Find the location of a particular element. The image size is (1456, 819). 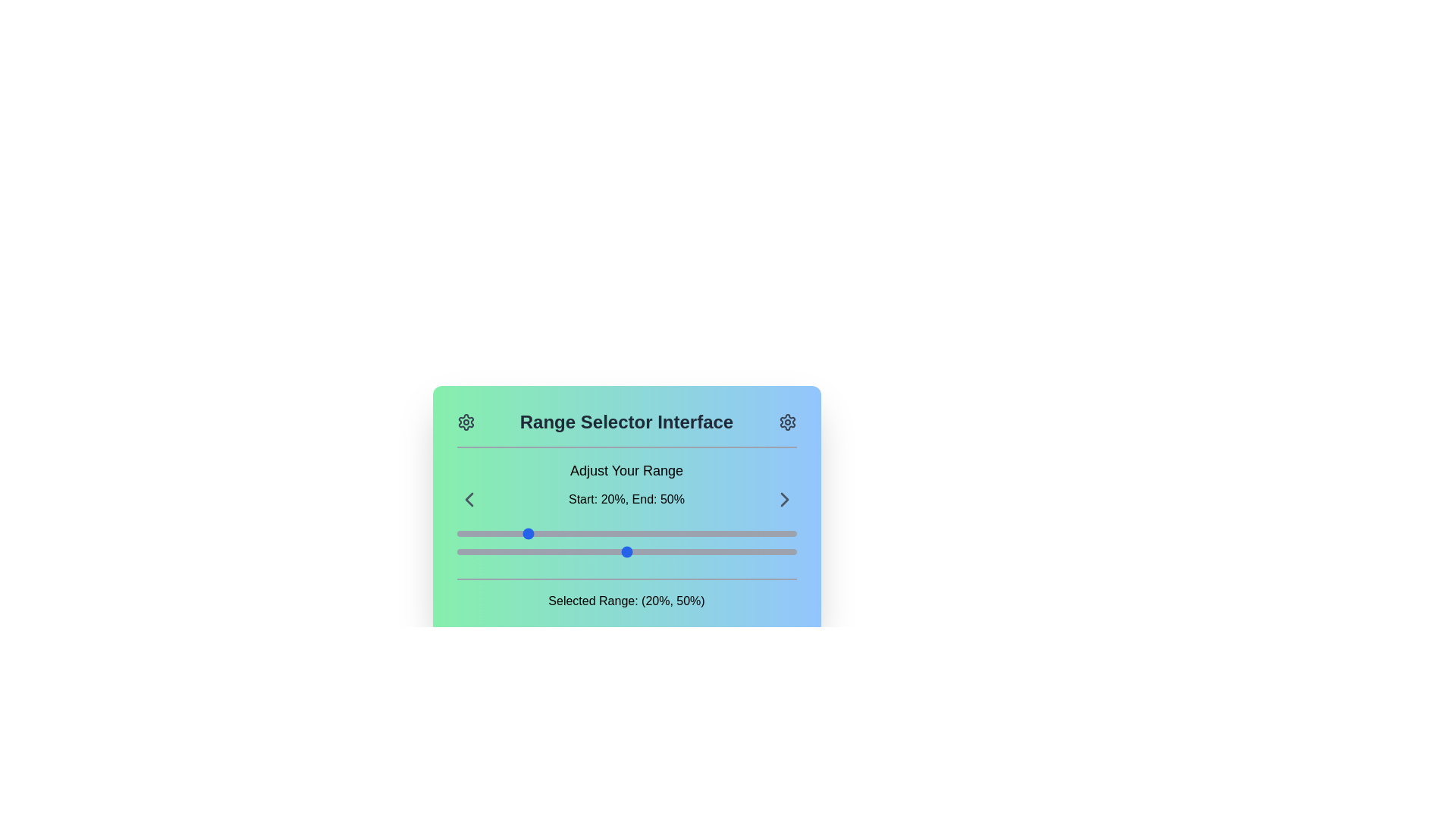

the slider is located at coordinates (745, 533).